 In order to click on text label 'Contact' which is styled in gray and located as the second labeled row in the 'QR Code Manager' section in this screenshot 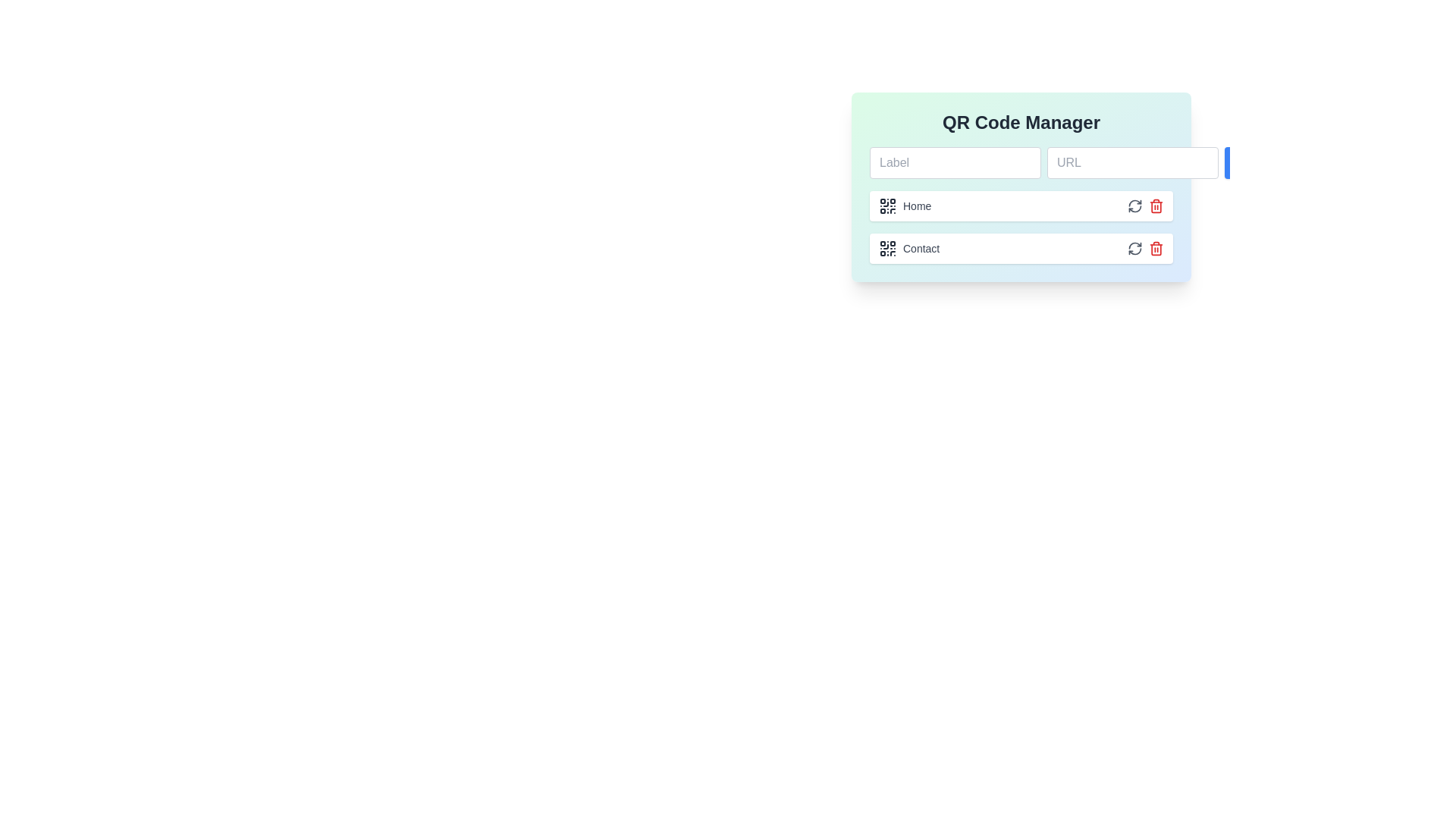, I will do `click(921, 247)`.